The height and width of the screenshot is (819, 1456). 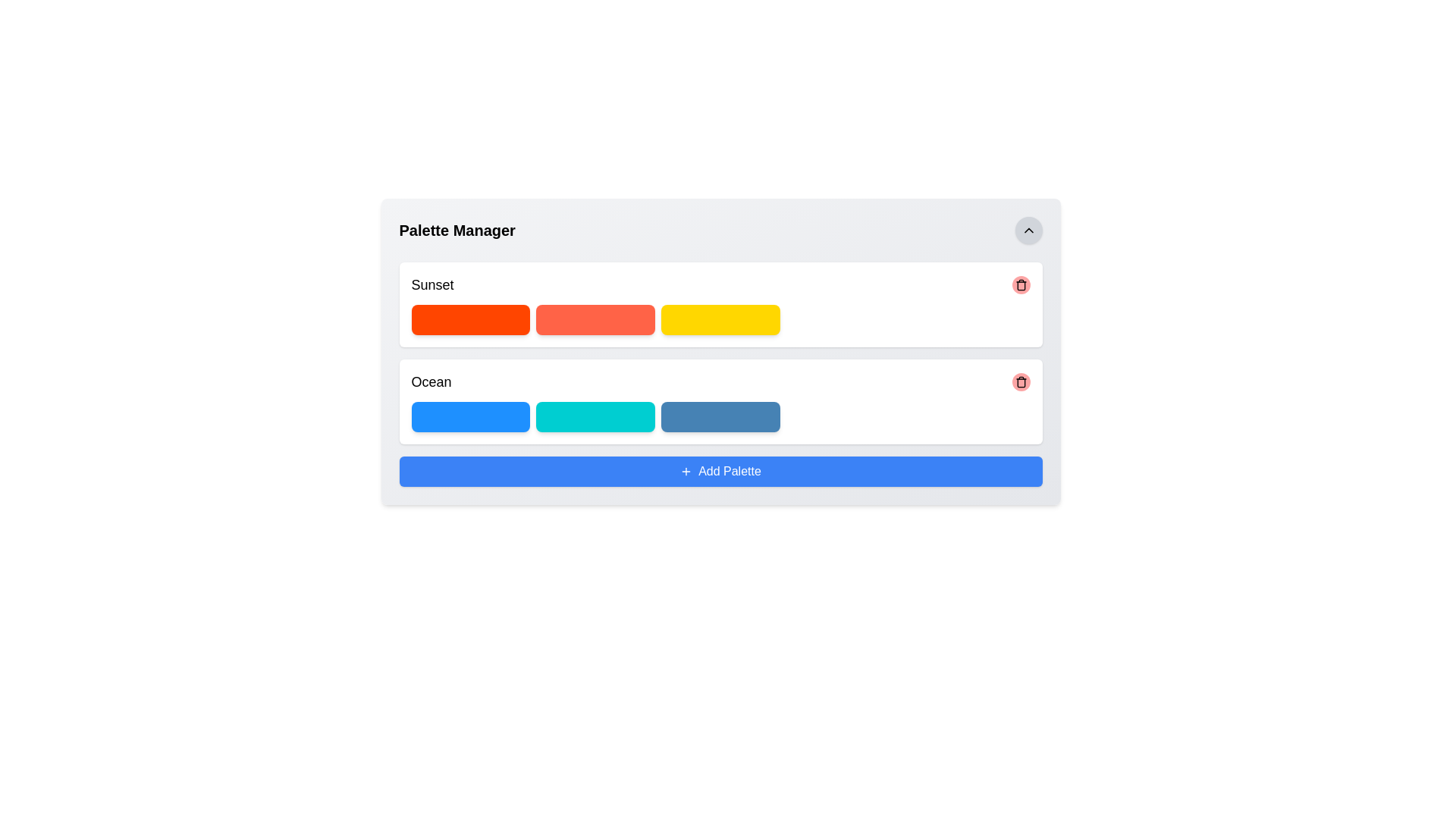 What do you see at coordinates (1028, 231) in the screenshot?
I see `the circular button with a light gray background and a black upward arrow` at bounding box center [1028, 231].